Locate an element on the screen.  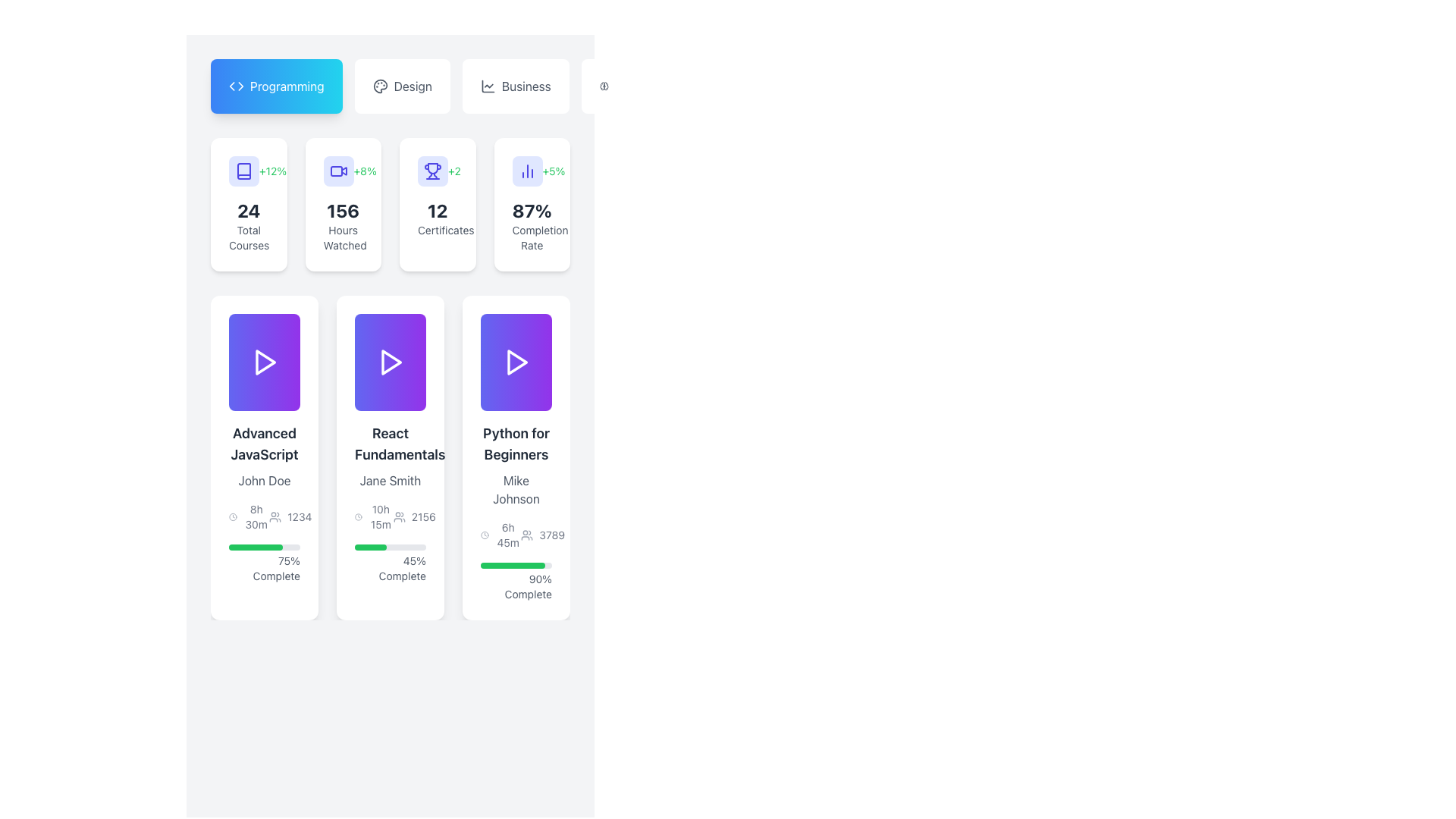
the play button icon, which is a white triangle on a gradient indigo is located at coordinates (265, 362).